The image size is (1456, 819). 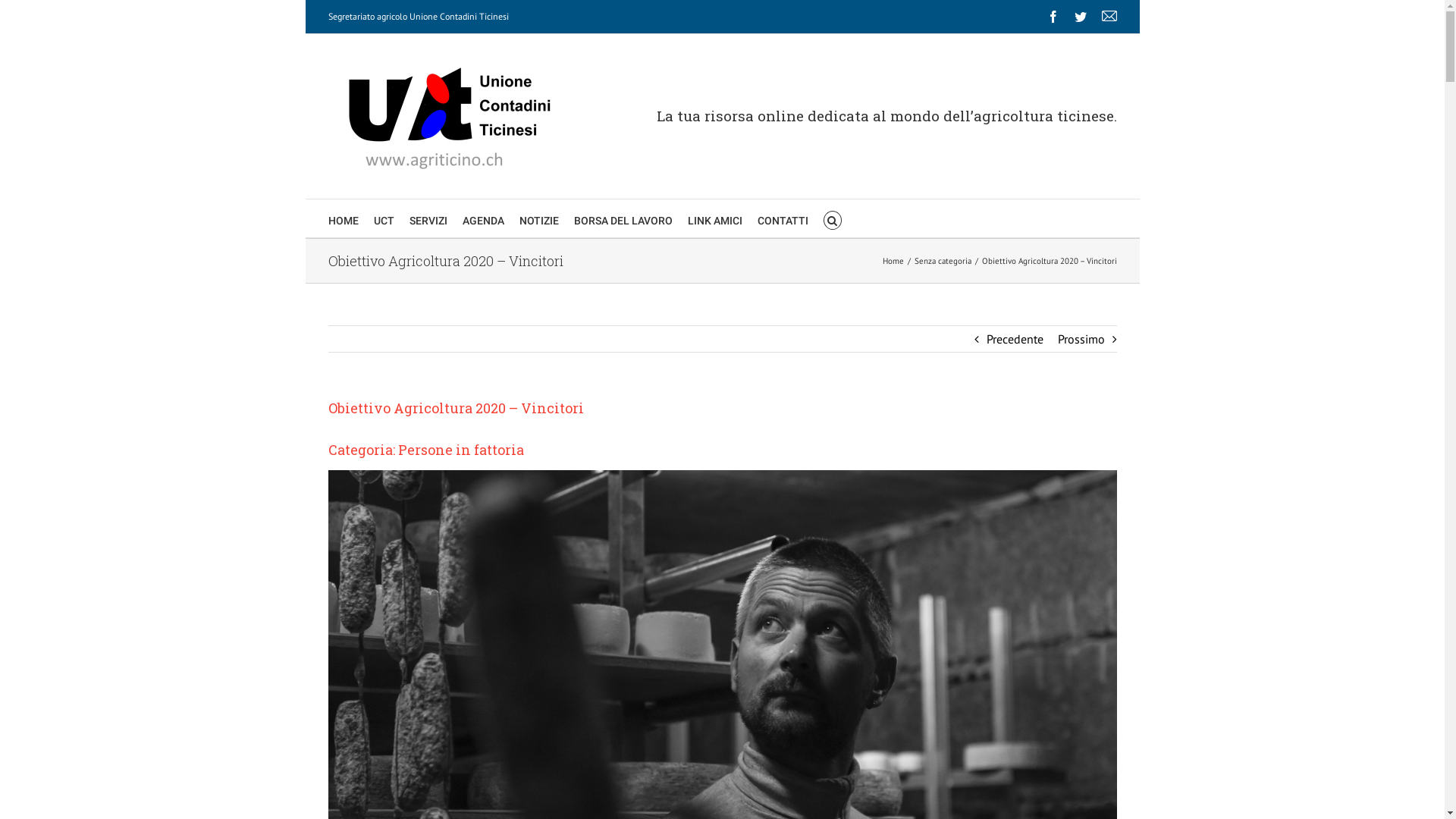 I want to click on 'NOTIZIE', so click(x=519, y=218).